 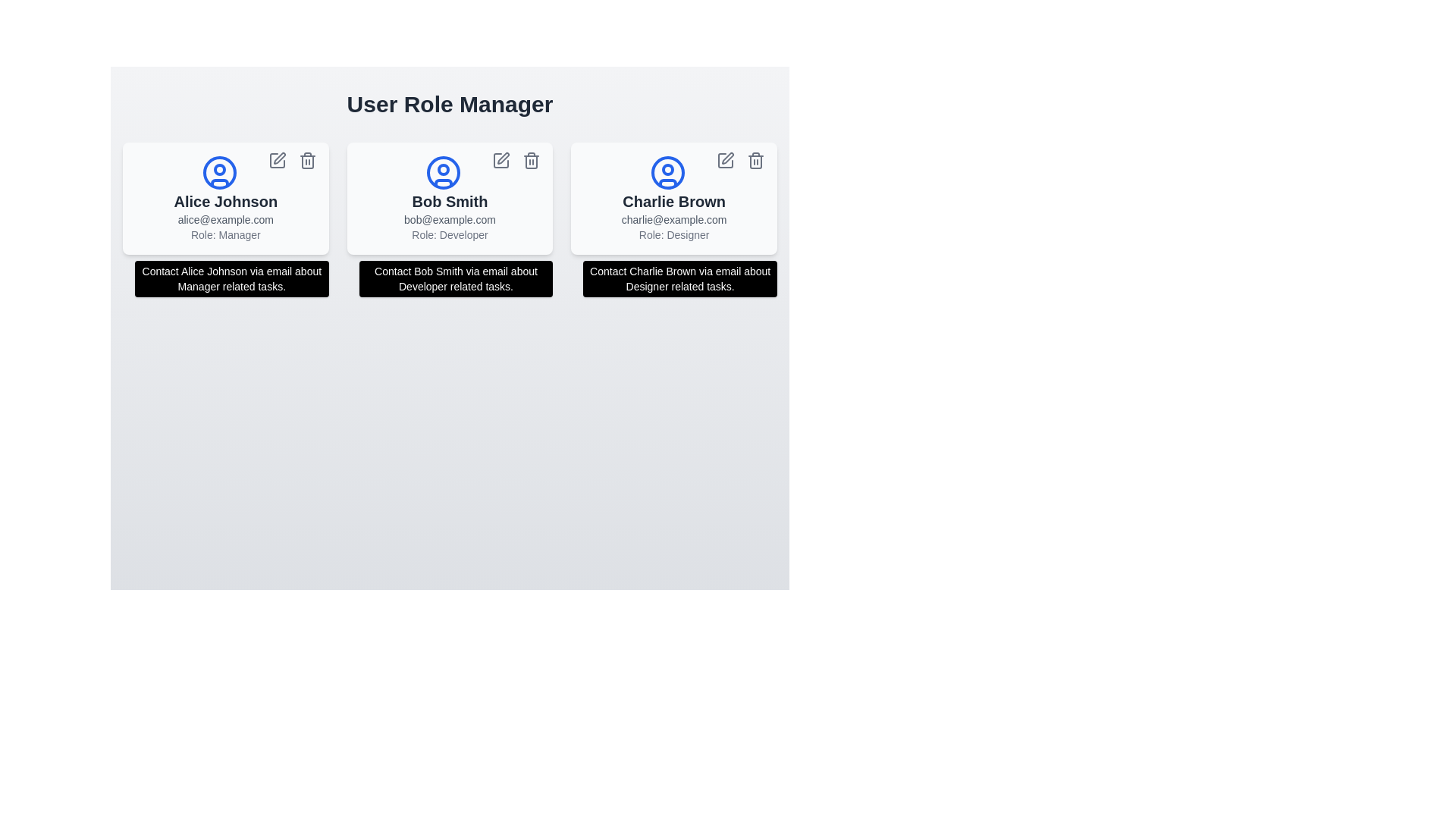 What do you see at coordinates (449, 234) in the screenshot?
I see `the text label that reads 'Role: Developer', which is styled in small gray font and located centrally within the user information card for 'Bob Smith'` at bounding box center [449, 234].